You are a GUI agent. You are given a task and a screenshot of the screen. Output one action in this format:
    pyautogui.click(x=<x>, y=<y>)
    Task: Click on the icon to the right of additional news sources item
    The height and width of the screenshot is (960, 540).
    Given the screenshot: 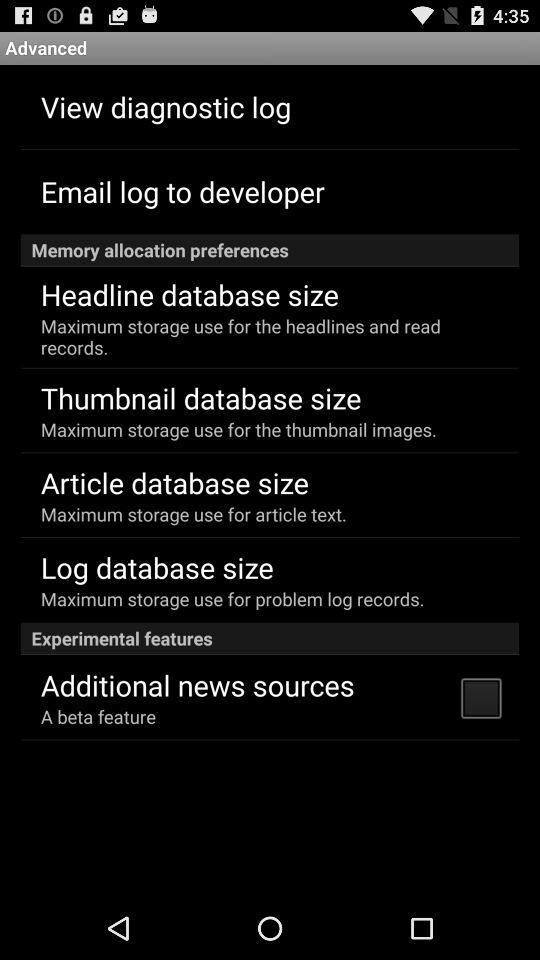 What is the action you would take?
    pyautogui.click(x=479, y=697)
    